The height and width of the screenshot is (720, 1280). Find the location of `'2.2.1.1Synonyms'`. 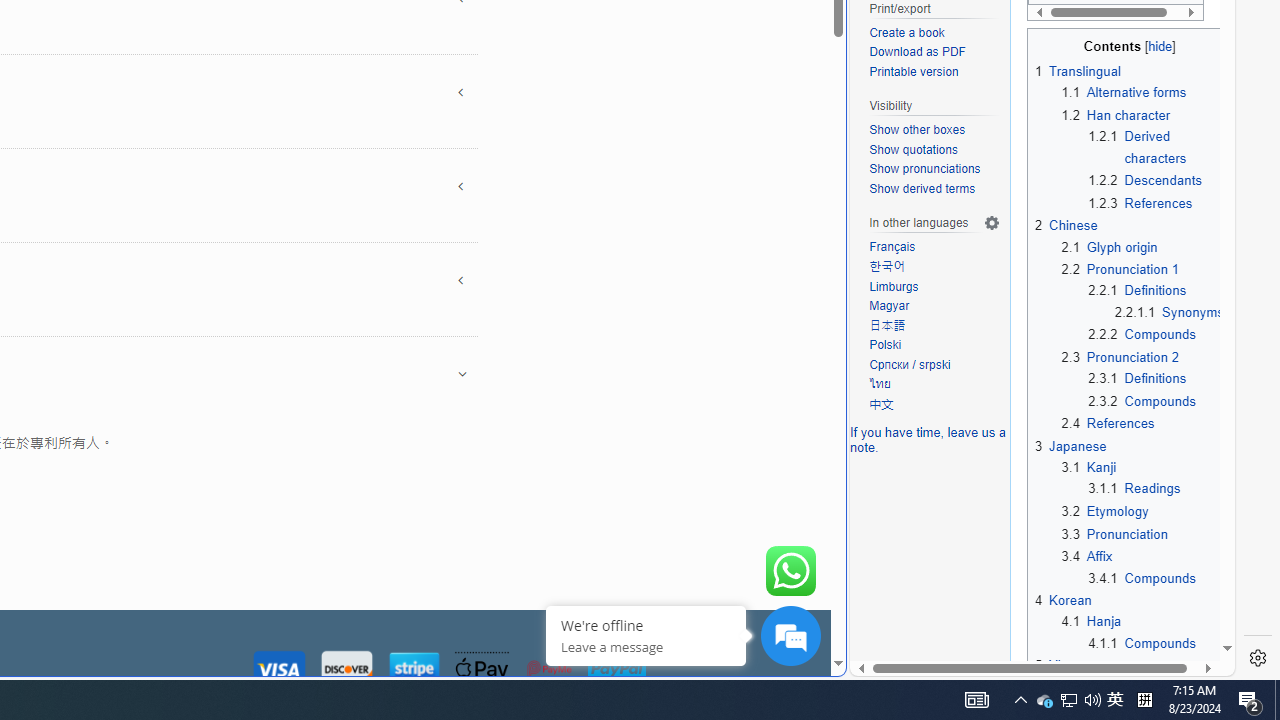

'2.2.1.1Synonyms' is located at coordinates (1169, 312).